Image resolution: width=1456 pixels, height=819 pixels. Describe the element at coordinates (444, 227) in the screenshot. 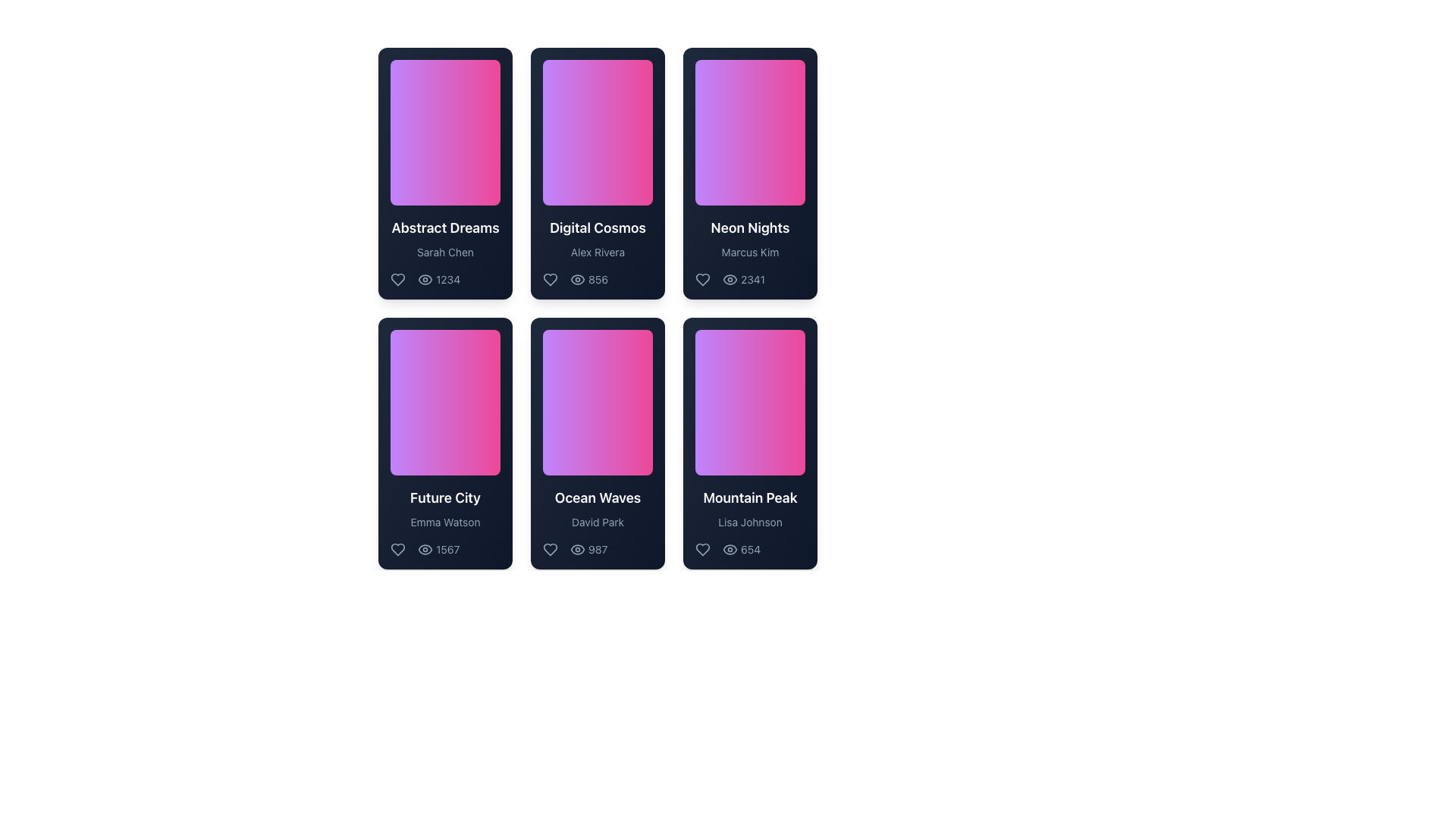

I see `the Text Label that displays the title of the associated content, located below the rectangular colored image and above the smaller text 'Sarah Chen'` at that location.